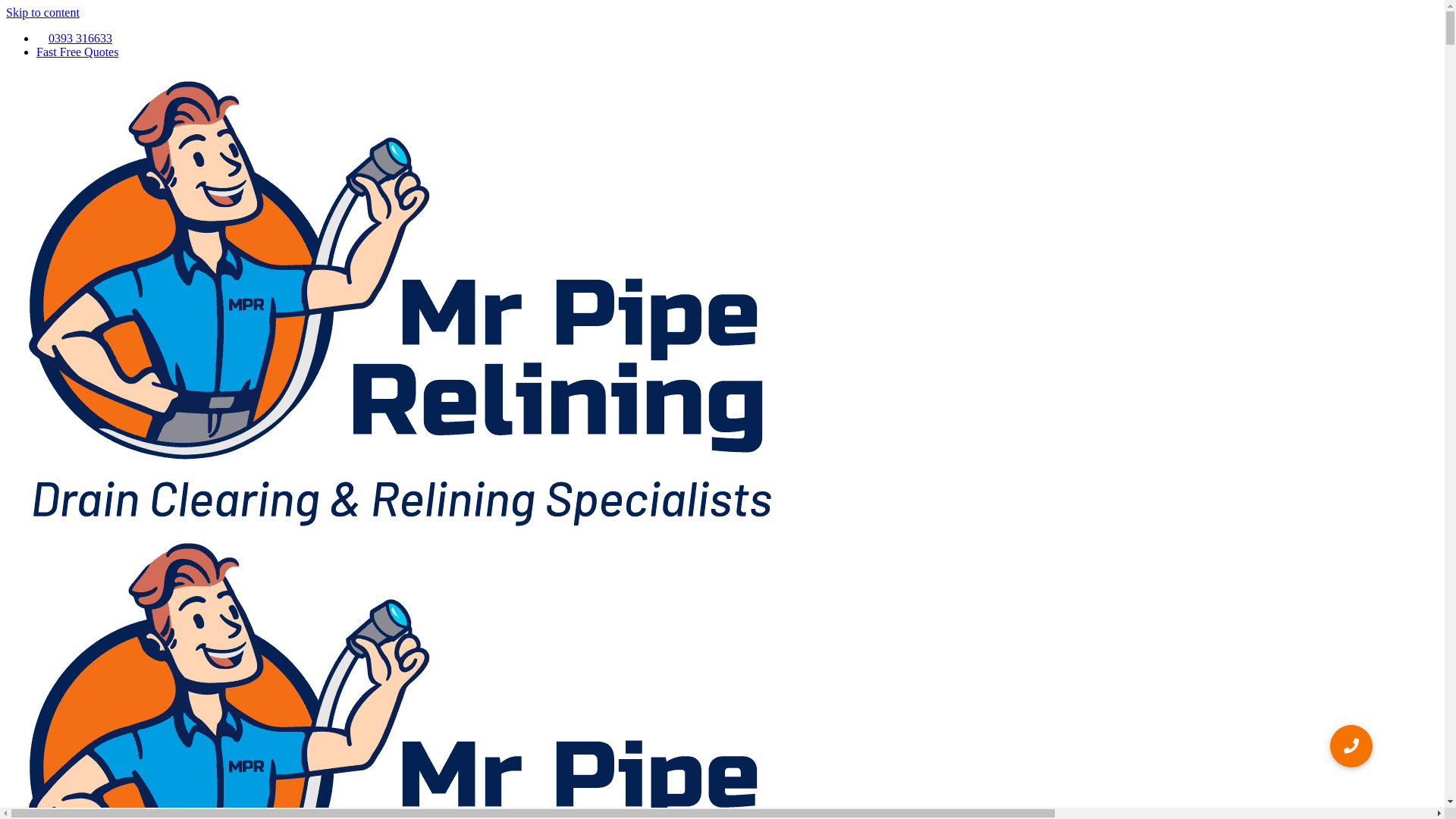 The image size is (1456, 819). I want to click on 'Fast Free Quotes', so click(76, 51).